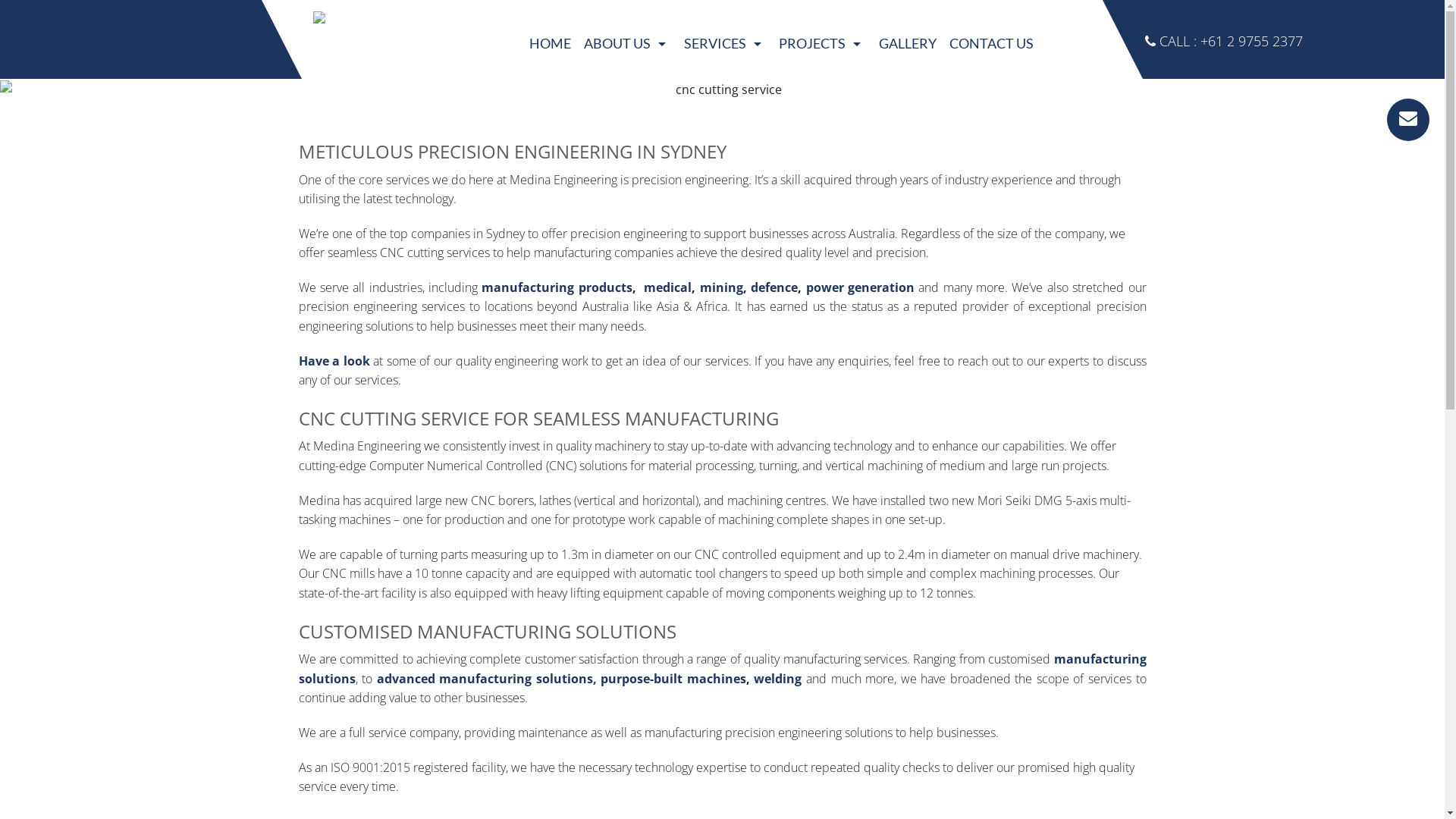  Describe the element at coordinates (676, 191) in the screenshot. I see `'PURPOSE BUILT MACHINERY'` at that location.